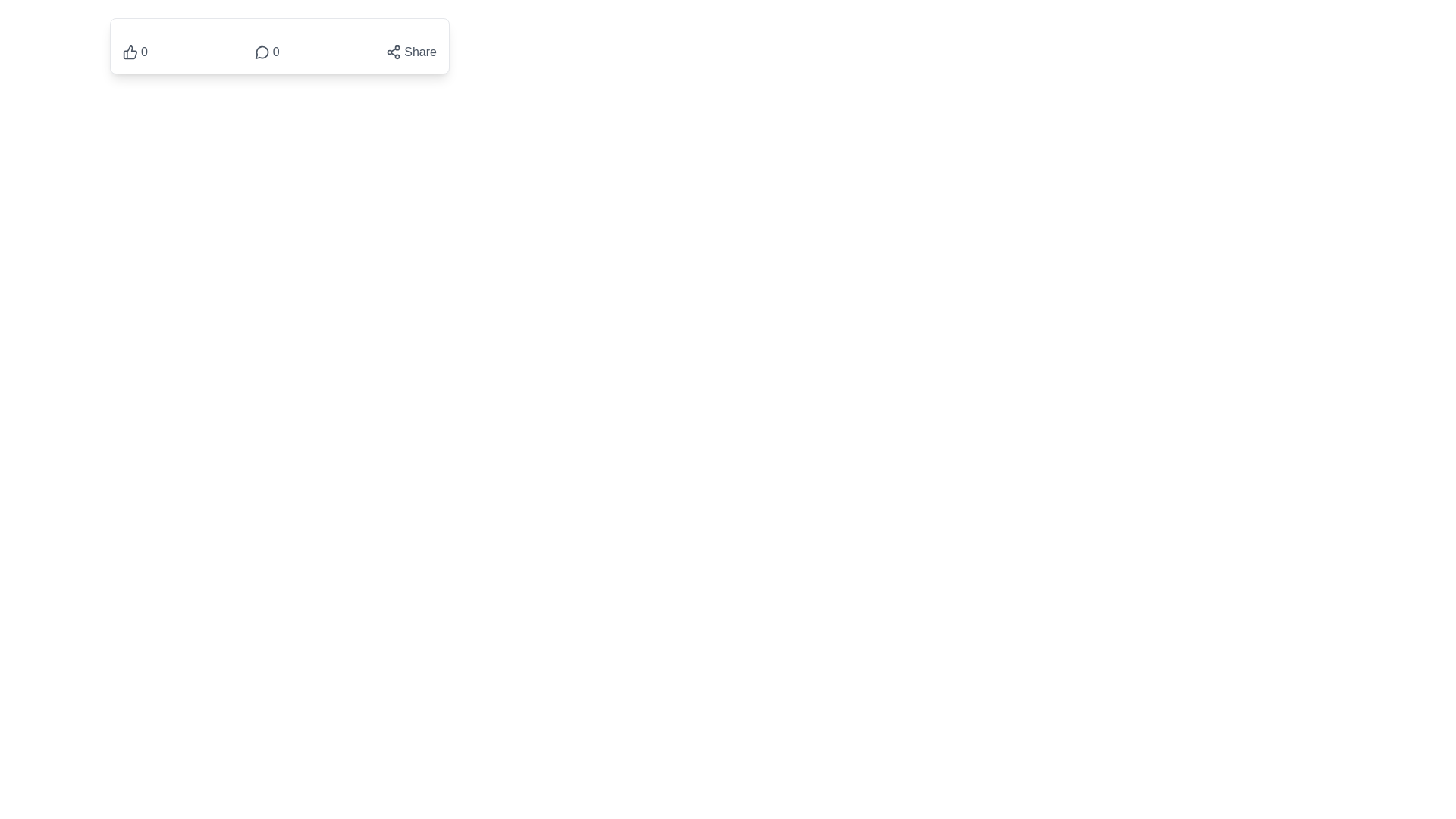 The height and width of the screenshot is (819, 1456). I want to click on the 'Share' button, which features a network icon and gray text that darkens on hover, located at the rightmost position in the control bar, so click(411, 52).